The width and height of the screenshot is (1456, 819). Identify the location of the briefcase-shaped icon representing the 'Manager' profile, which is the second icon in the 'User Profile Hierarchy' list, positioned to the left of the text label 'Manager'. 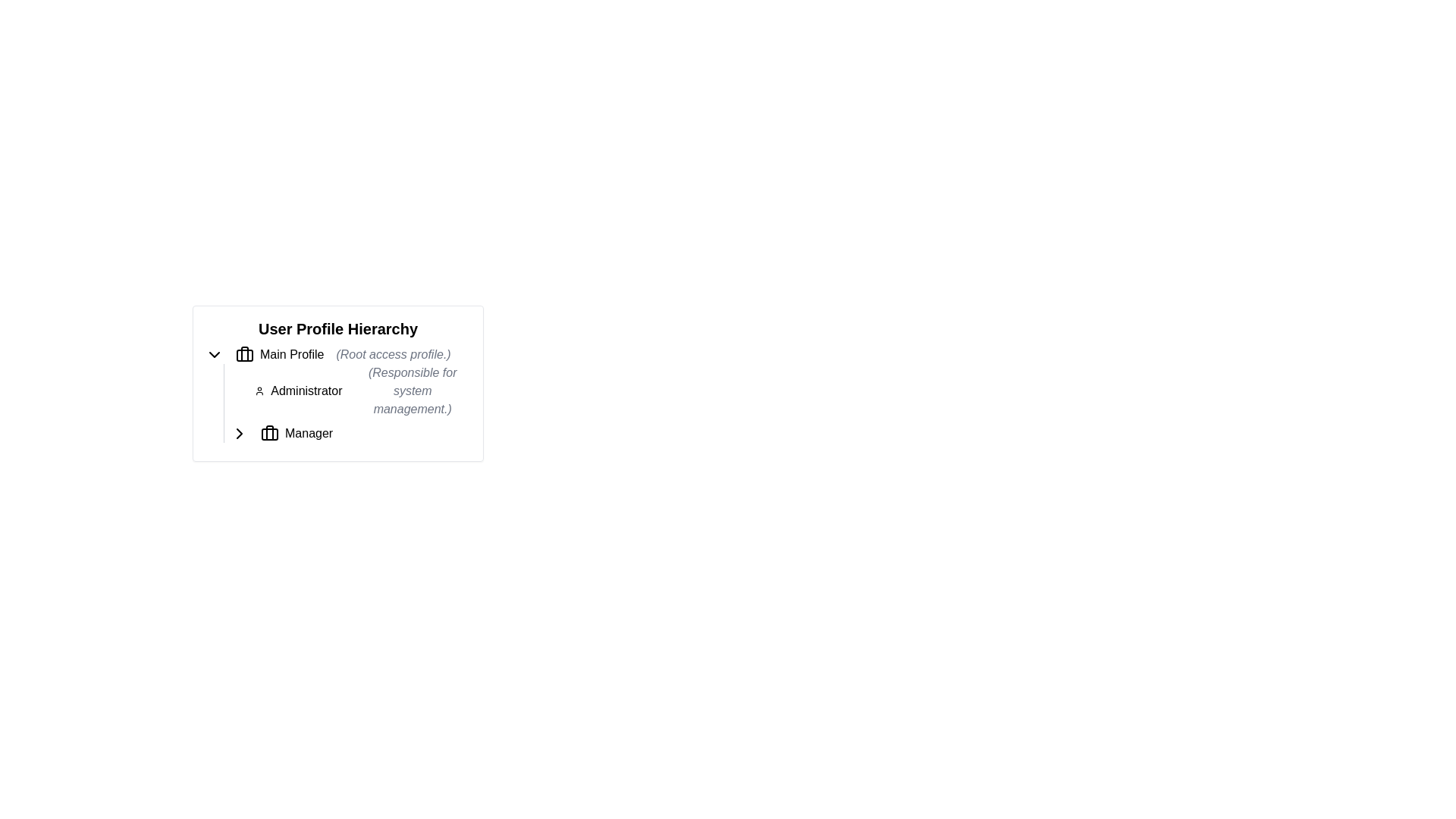
(269, 433).